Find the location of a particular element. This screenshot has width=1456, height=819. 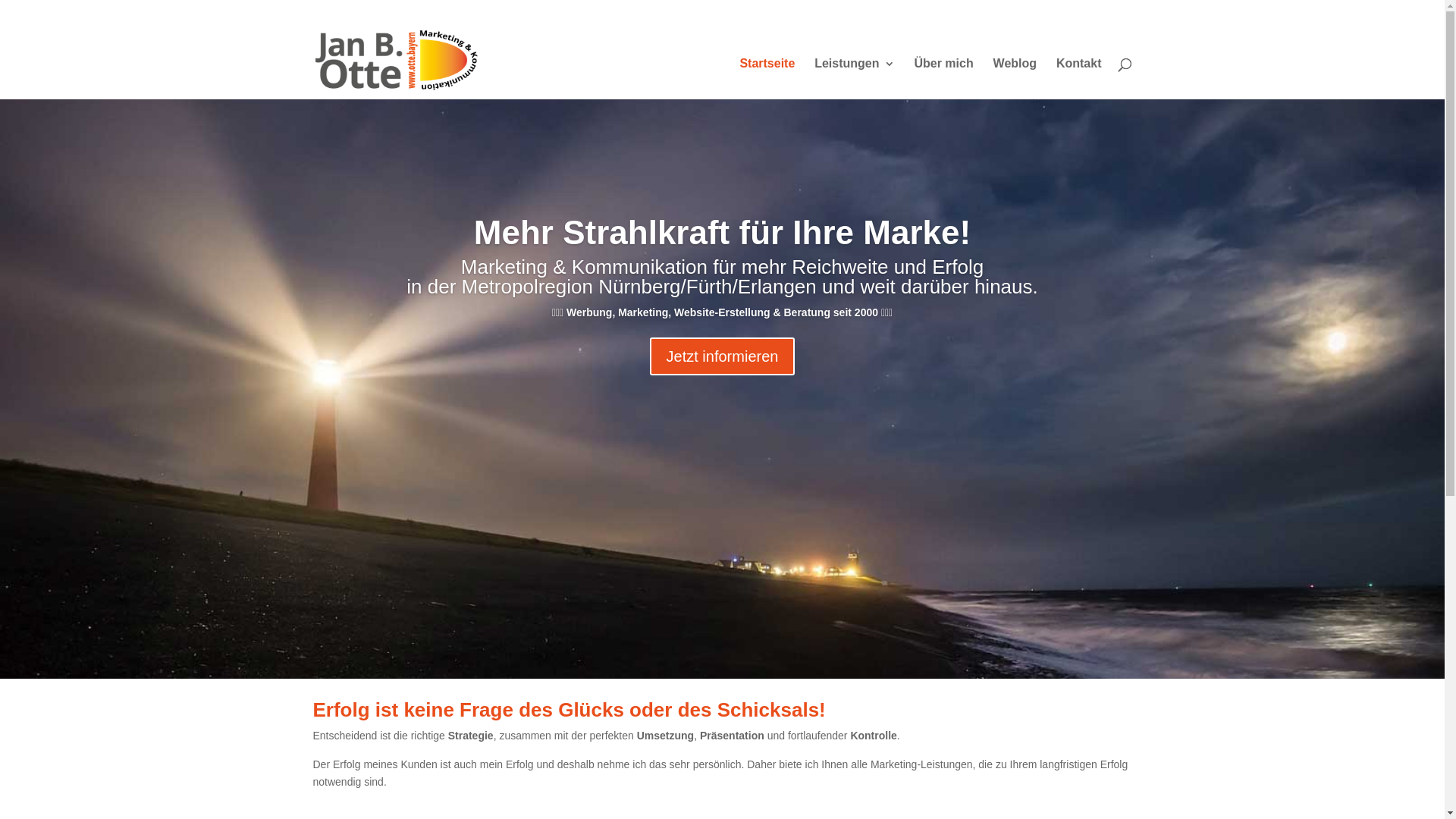

'Startseite' is located at coordinates (767, 79).